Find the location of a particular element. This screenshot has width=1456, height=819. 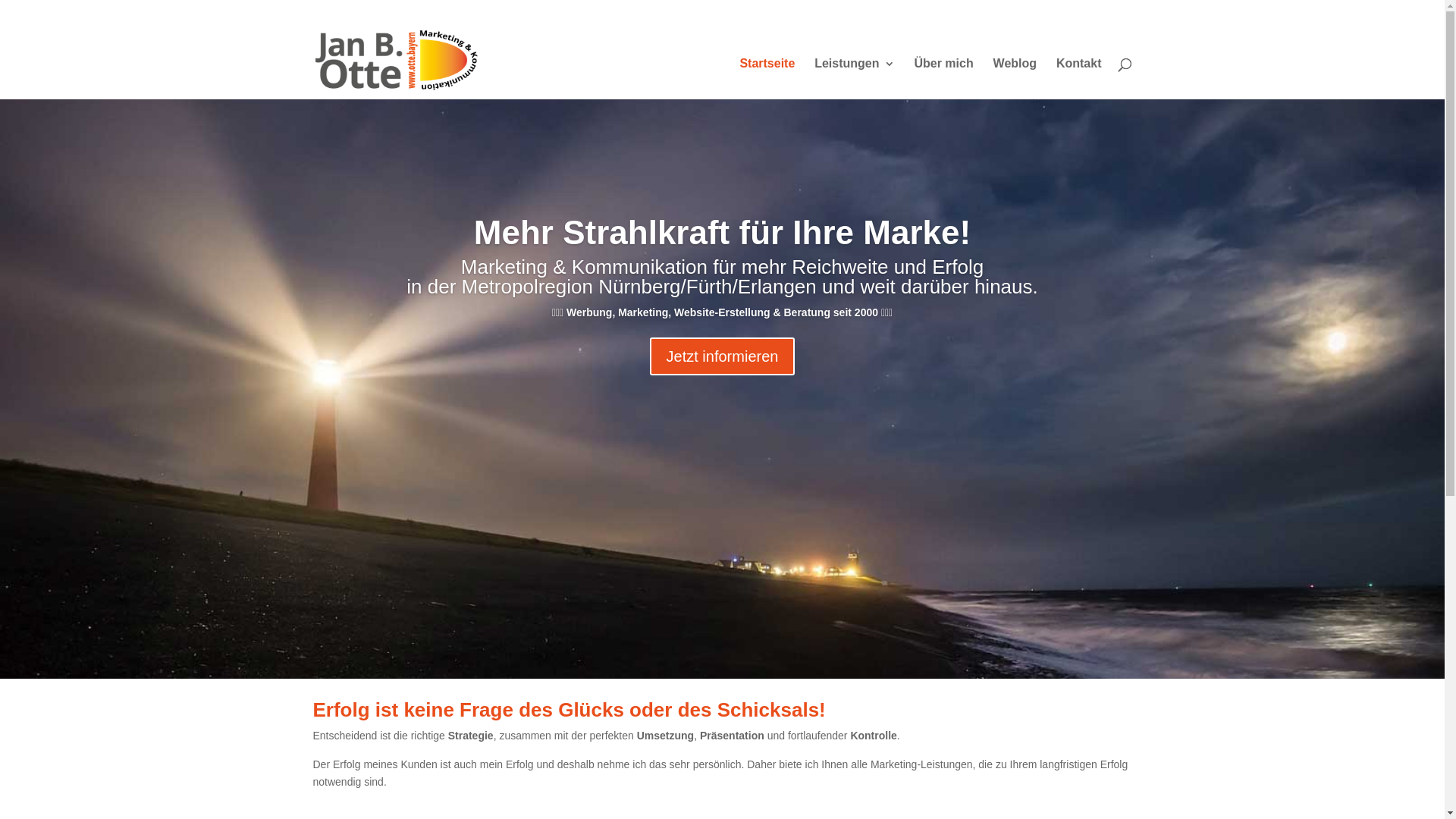

'Startseite' is located at coordinates (767, 79).